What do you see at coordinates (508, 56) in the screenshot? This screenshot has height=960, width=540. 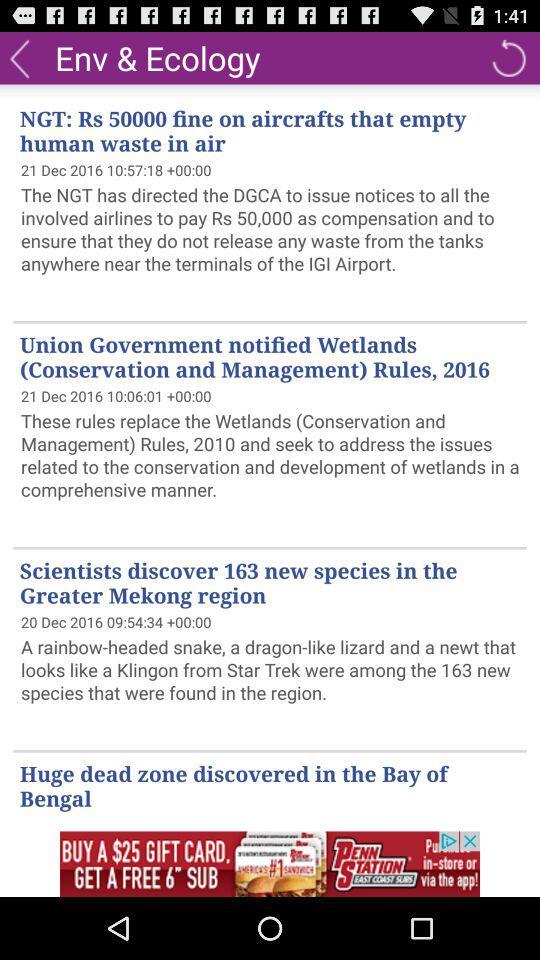 I see `reload or refreshing icon` at bounding box center [508, 56].